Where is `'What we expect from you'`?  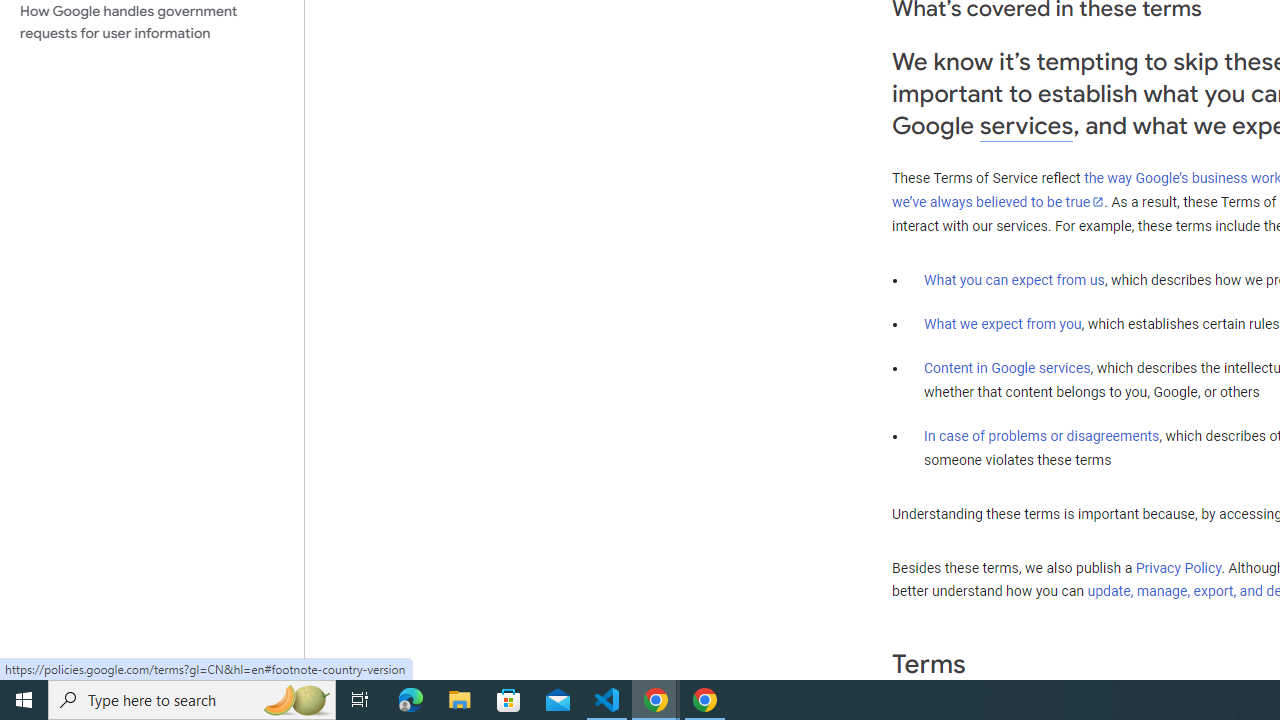 'What we expect from you' is located at coordinates (1002, 323).